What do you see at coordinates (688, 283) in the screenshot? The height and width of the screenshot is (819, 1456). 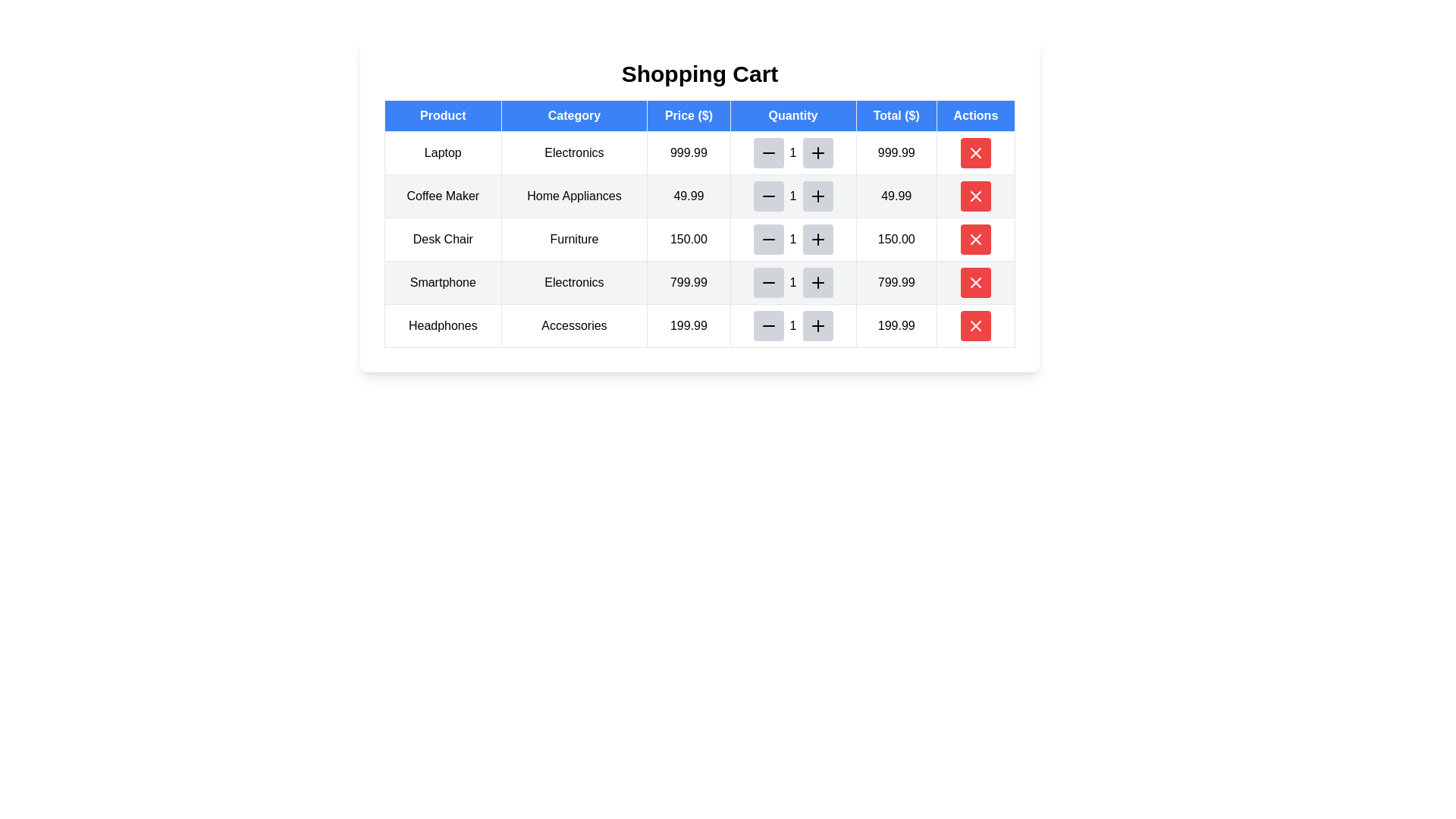 I see `the price label of the Smartphone in the shopping cart table, located in the third column under the 'Price ($)' header` at bounding box center [688, 283].